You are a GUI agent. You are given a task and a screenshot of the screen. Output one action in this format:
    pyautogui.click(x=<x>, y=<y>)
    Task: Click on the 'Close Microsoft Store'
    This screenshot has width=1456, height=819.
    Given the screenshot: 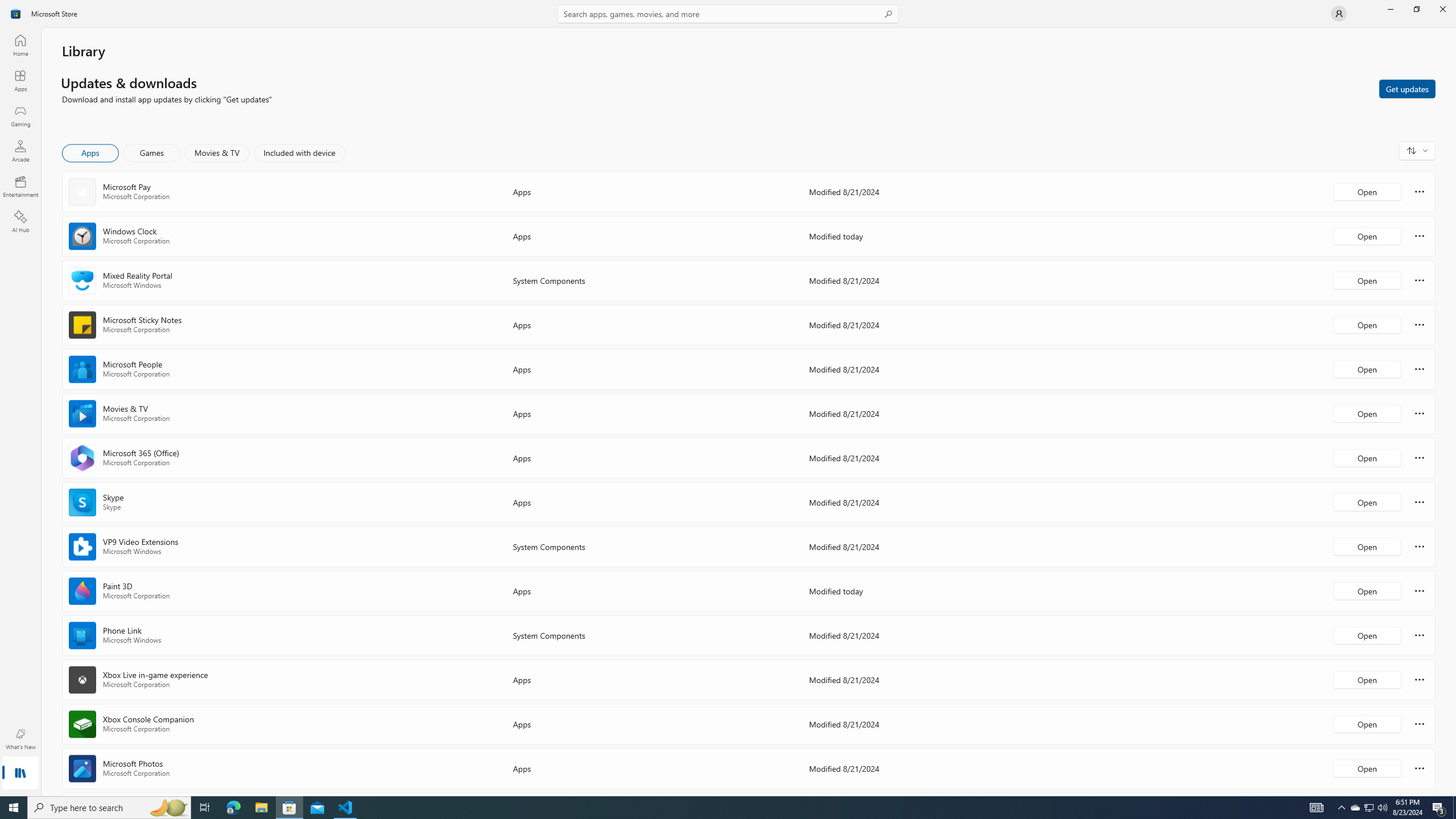 What is the action you would take?
    pyautogui.click(x=1442, y=9)
    